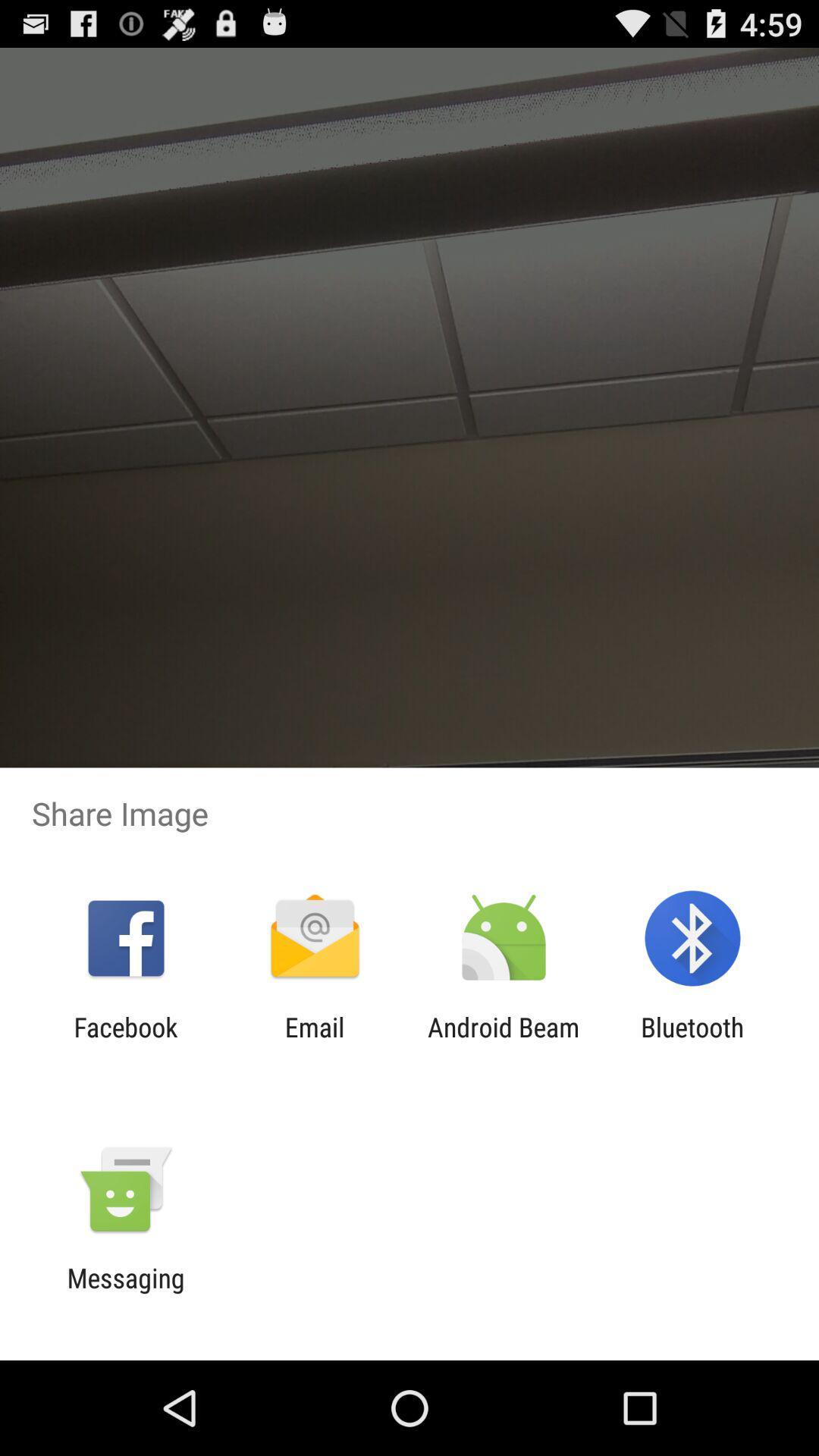 The width and height of the screenshot is (819, 1456). What do you see at coordinates (504, 1042) in the screenshot?
I see `the item next to the bluetooth app` at bounding box center [504, 1042].